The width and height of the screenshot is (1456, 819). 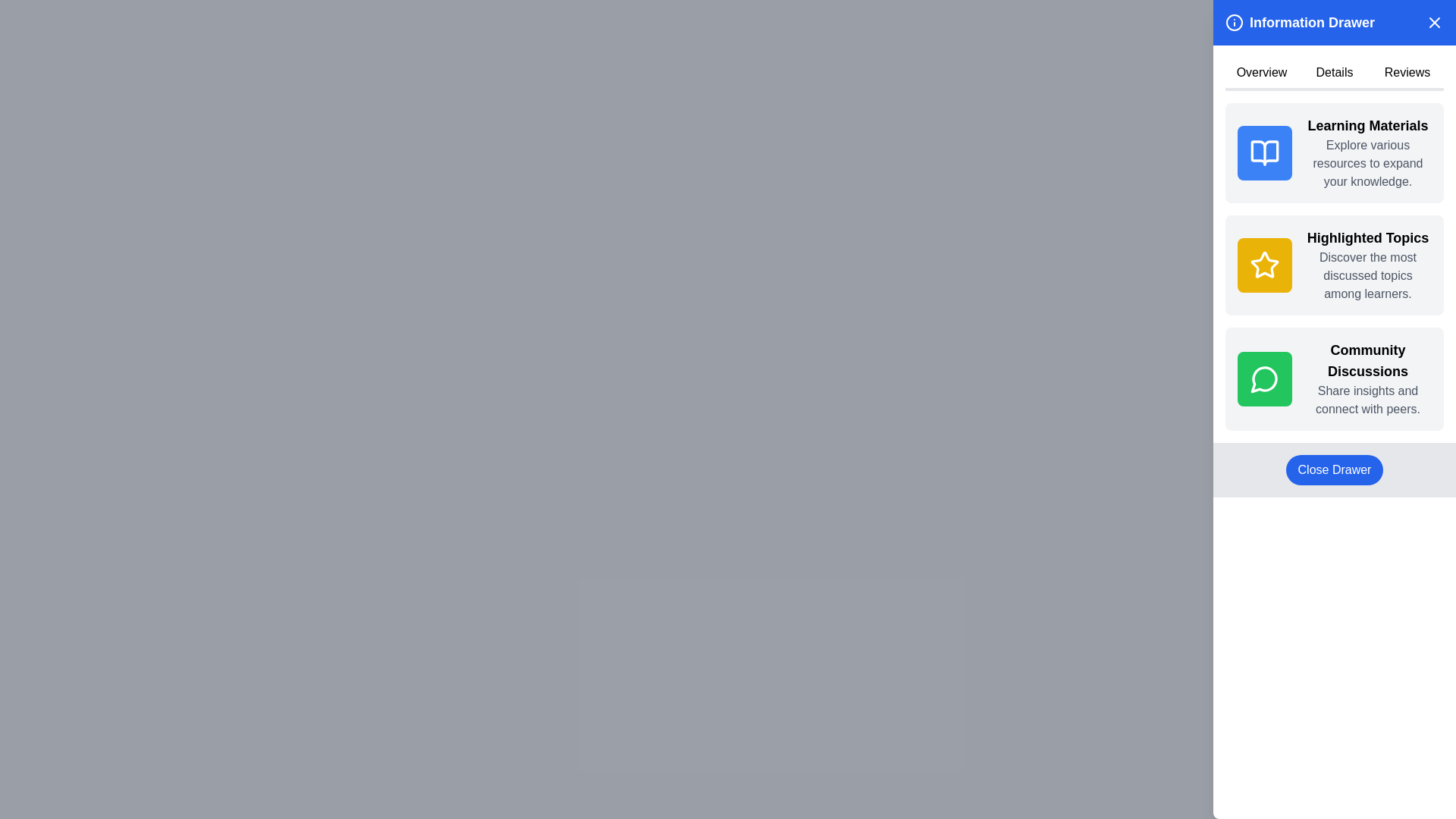 I want to click on the 'Details' tab button, which is the second tab in the navigation list of the 'Information Drawer', so click(x=1335, y=74).